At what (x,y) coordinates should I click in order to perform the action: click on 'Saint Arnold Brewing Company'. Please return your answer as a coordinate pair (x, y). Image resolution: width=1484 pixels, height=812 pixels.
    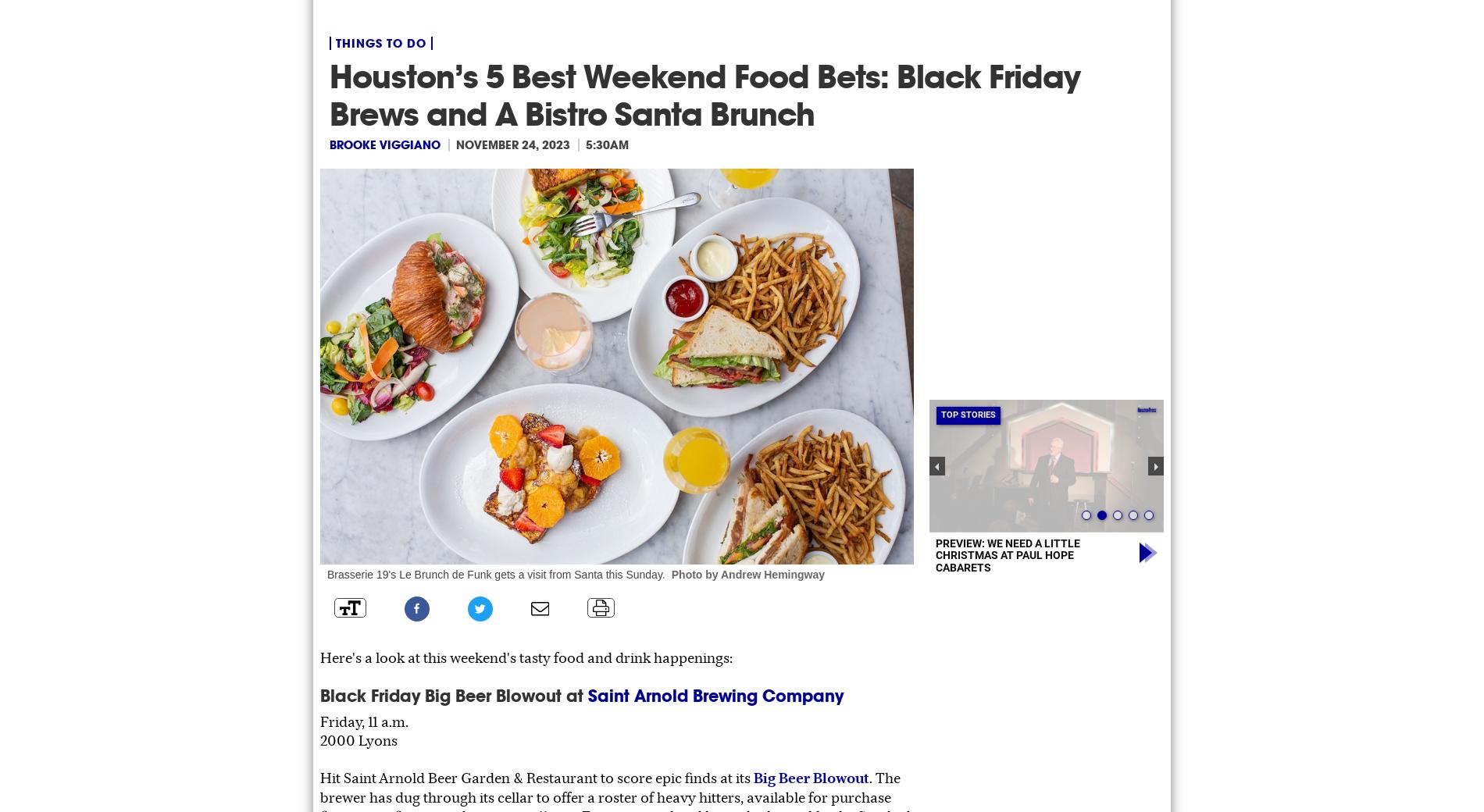
    Looking at the image, I should click on (715, 694).